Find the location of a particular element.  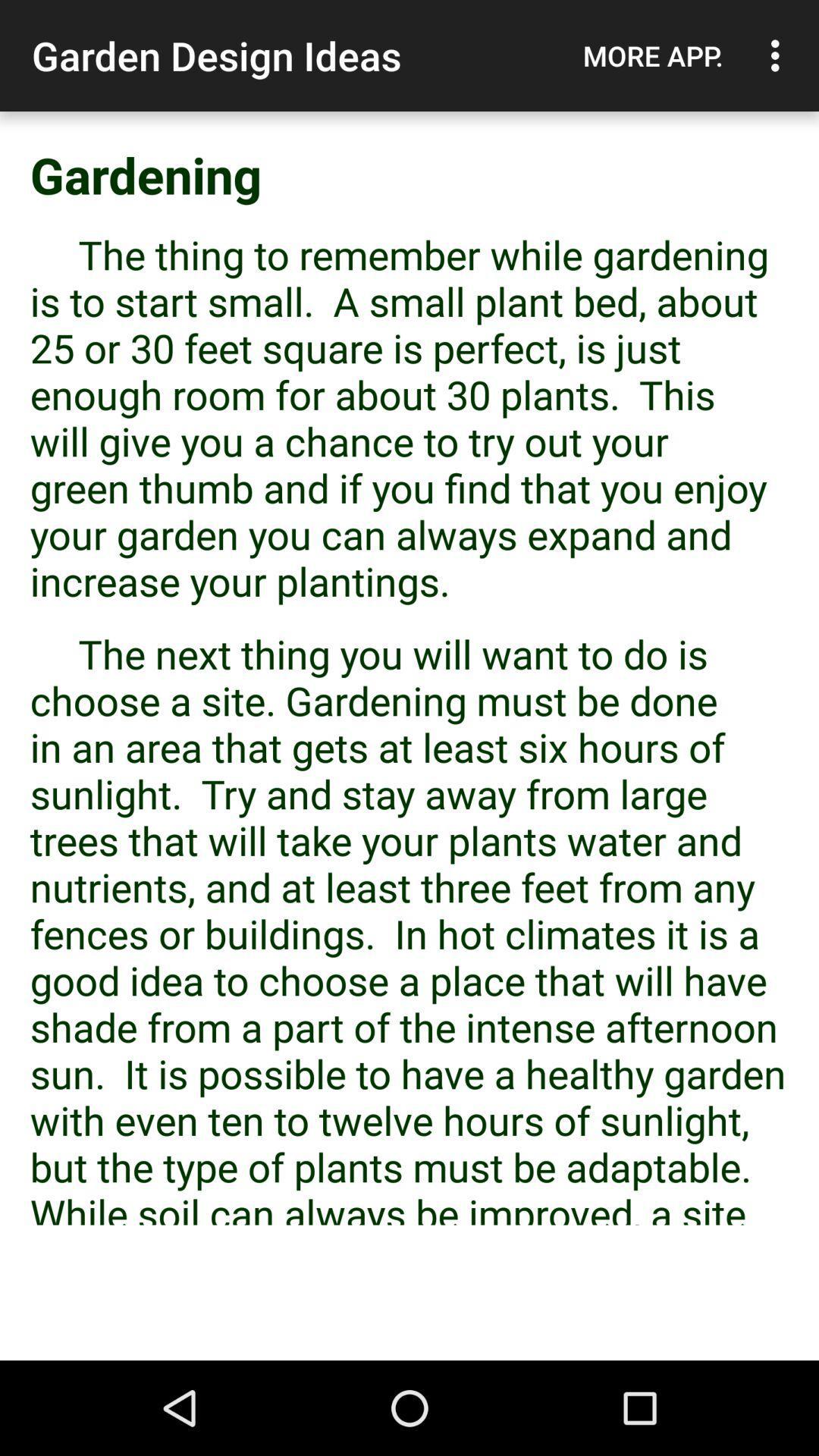

the icon next to the more app. item is located at coordinates (779, 55).